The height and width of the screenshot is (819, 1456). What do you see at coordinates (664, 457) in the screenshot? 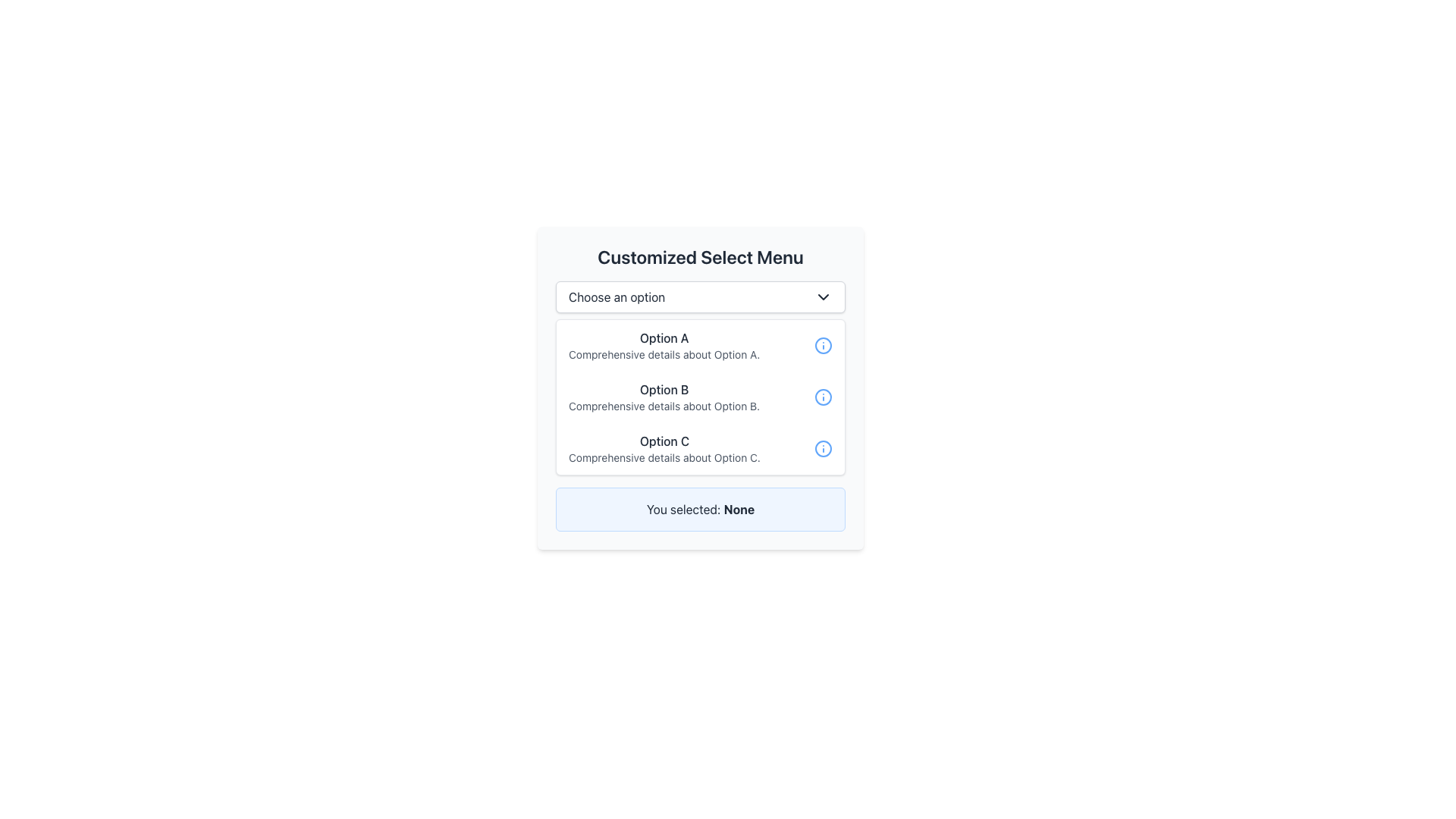
I see `the text label that reads 'Comprehensive details about Option C.', which is styled in a small gray font and located beneath the title 'Option C' in a vertical list of options` at bounding box center [664, 457].